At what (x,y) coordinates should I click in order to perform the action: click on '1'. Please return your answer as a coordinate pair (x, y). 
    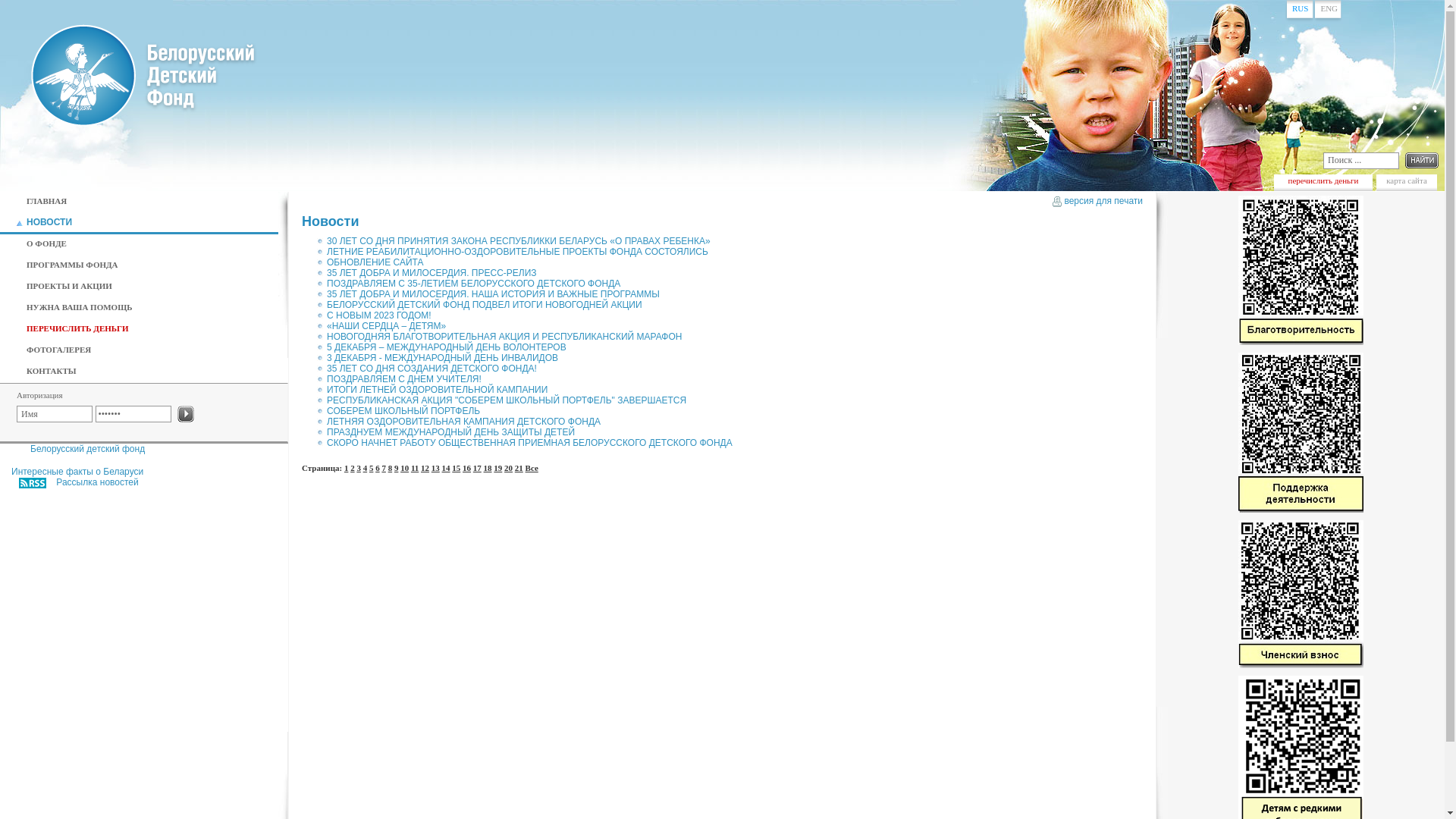
    Looking at the image, I should click on (345, 463).